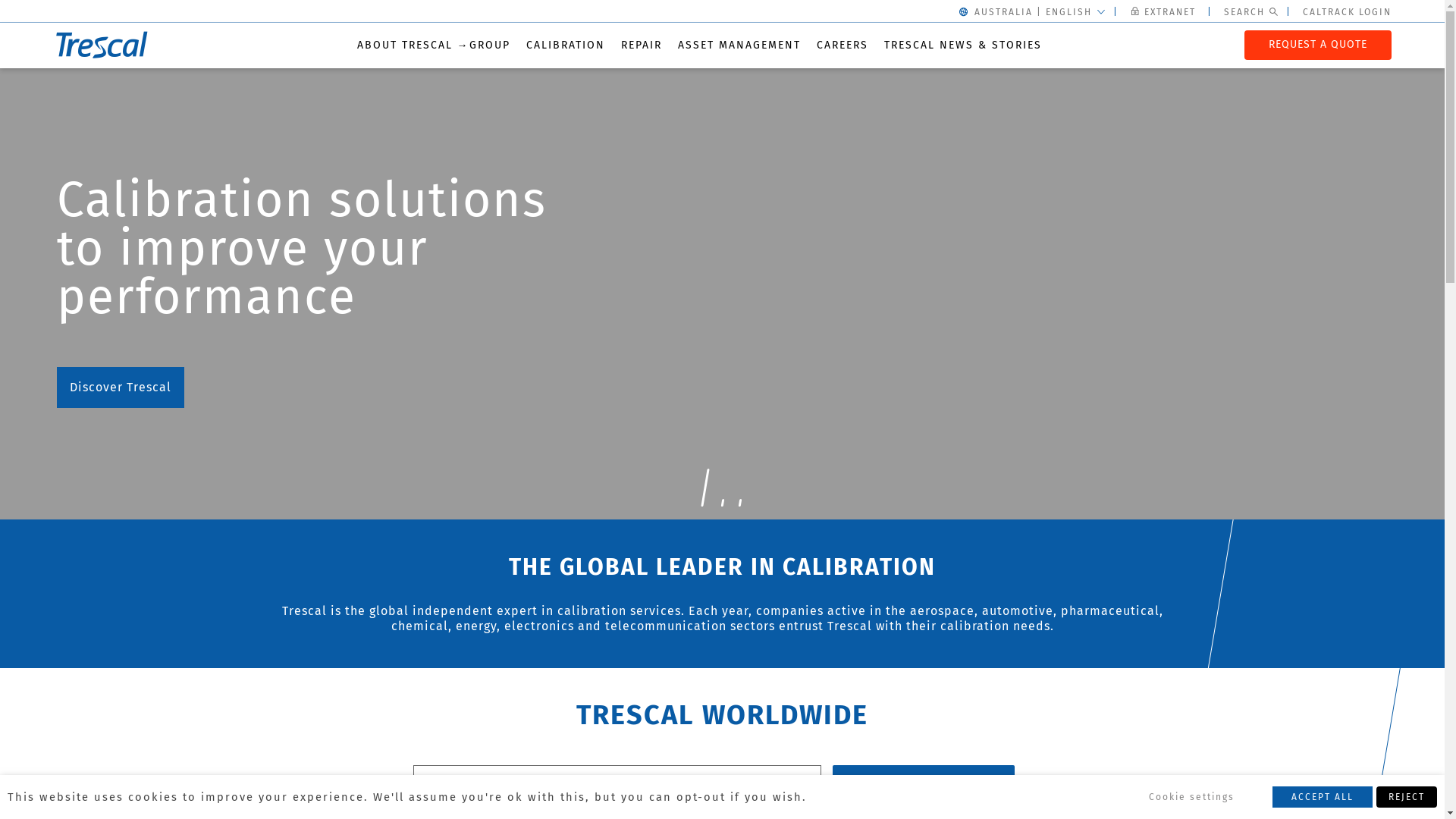 This screenshot has height=819, width=1456. What do you see at coordinates (884, 44) in the screenshot?
I see `'TRESCAL NEWS & STORIES'` at bounding box center [884, 44].